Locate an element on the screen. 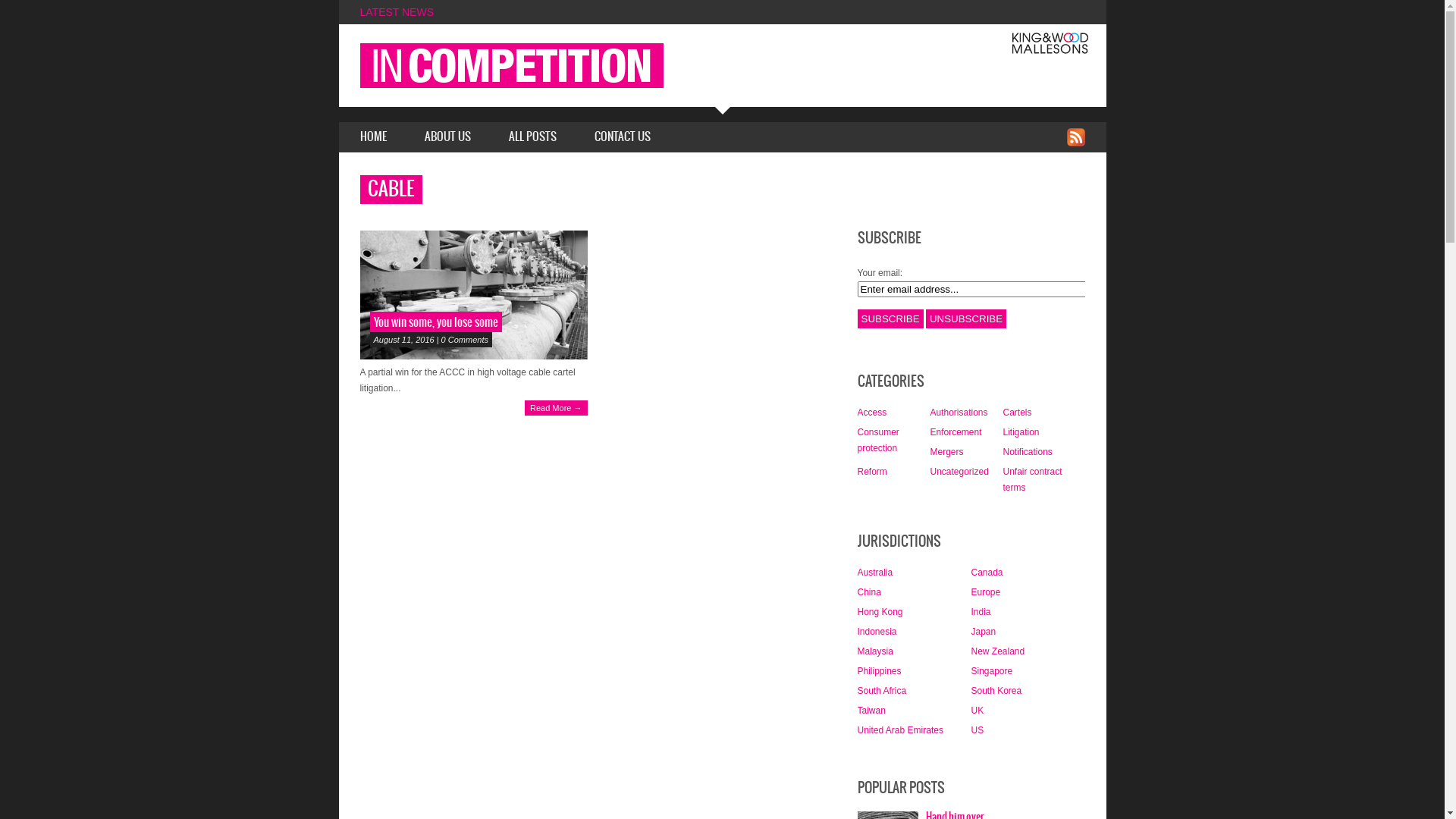 This screenshot has height=819, width=1456. 'Unsubscribe' is located at coordinates (965, 318).